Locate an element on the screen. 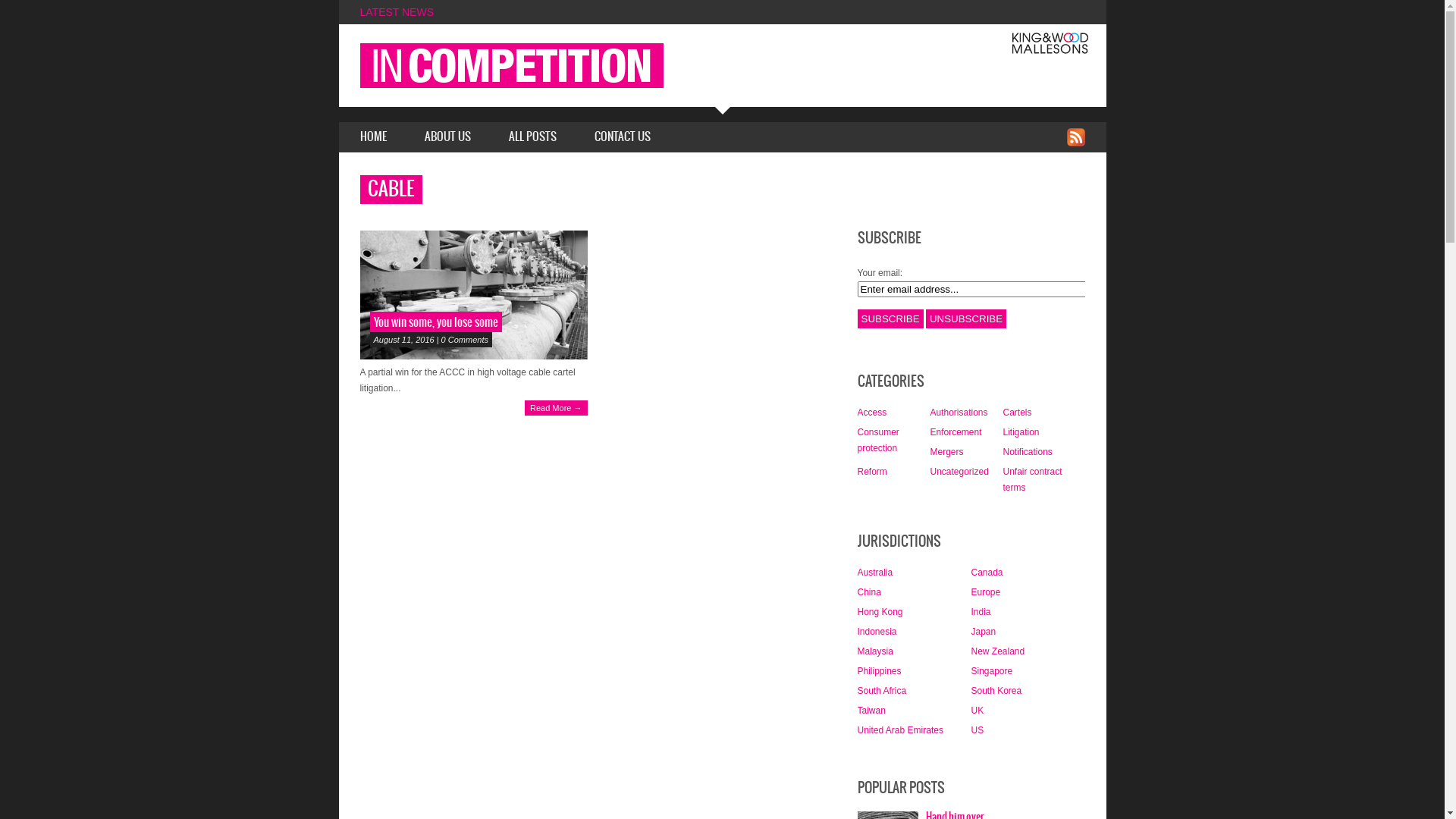 This screenshot has height=819, width=1456. 'Unsubscribe' is located at coordinates (965, 318).